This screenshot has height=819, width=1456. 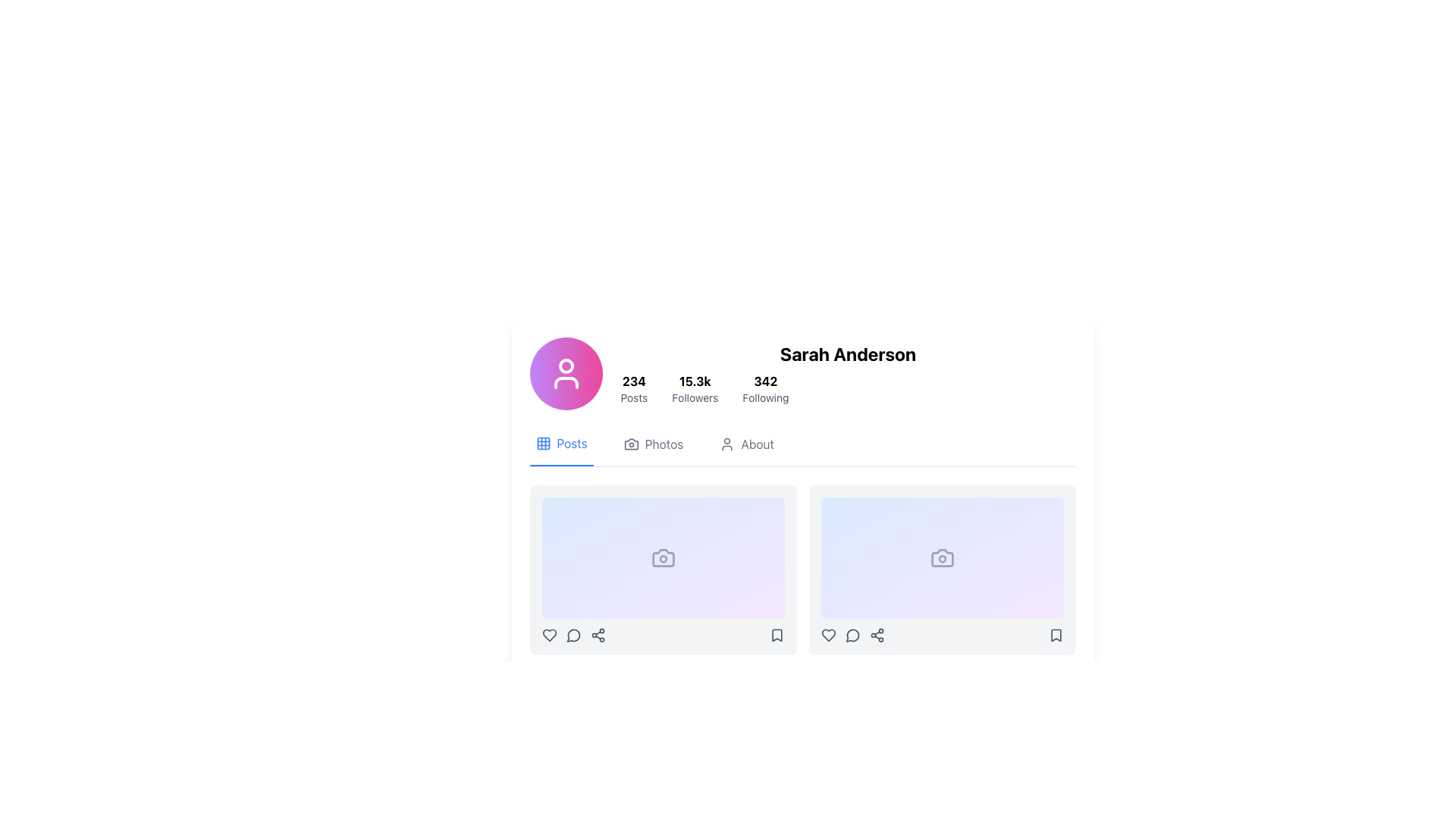 What do you see at coordinates (802, 450) in the screenshot?
I see `the Tab navigation bar located beneath the profile information and above the section displaying user posts or photos` at bounding box center [802, 450].